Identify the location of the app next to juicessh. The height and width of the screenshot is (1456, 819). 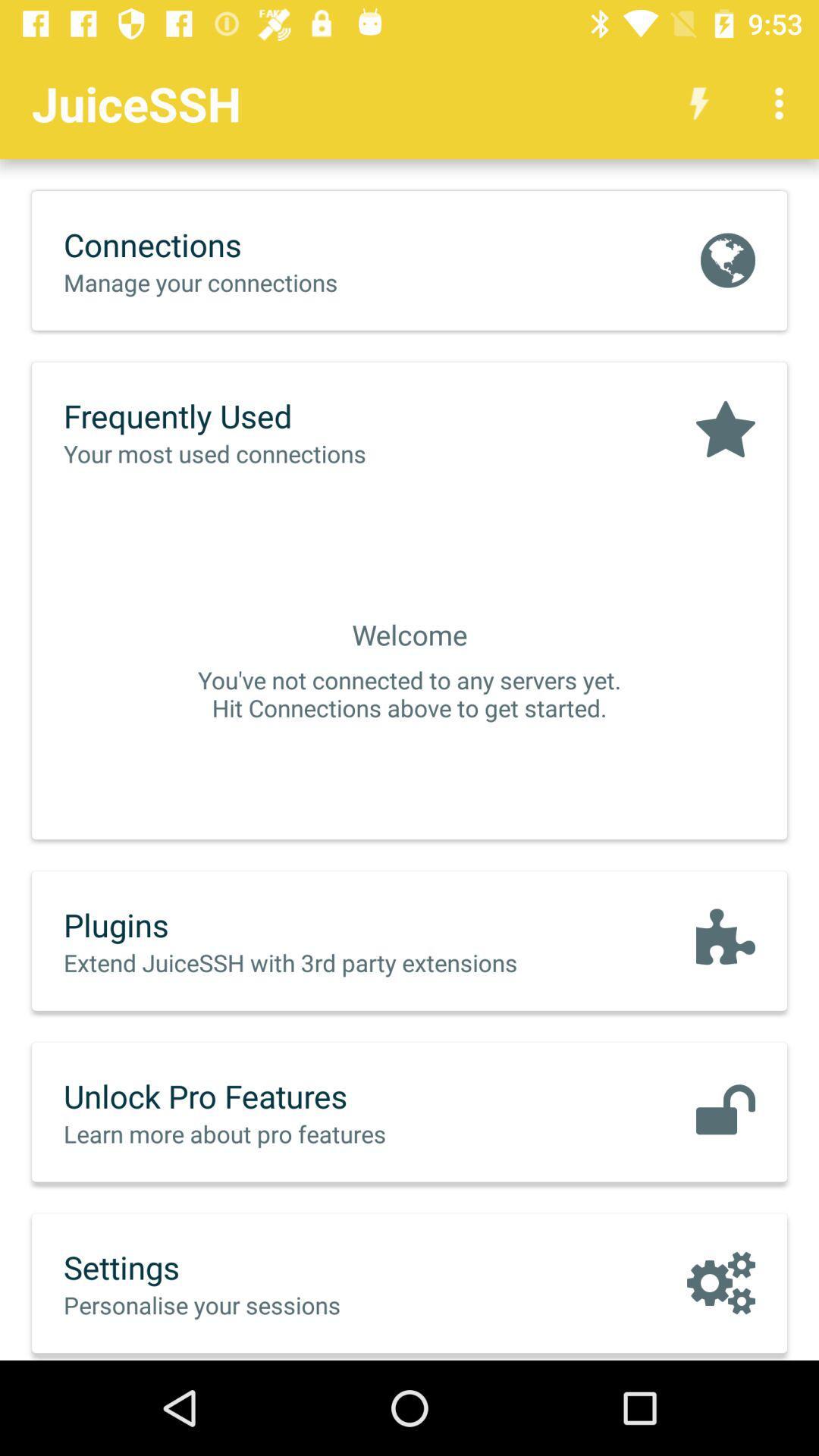
(699, 102).